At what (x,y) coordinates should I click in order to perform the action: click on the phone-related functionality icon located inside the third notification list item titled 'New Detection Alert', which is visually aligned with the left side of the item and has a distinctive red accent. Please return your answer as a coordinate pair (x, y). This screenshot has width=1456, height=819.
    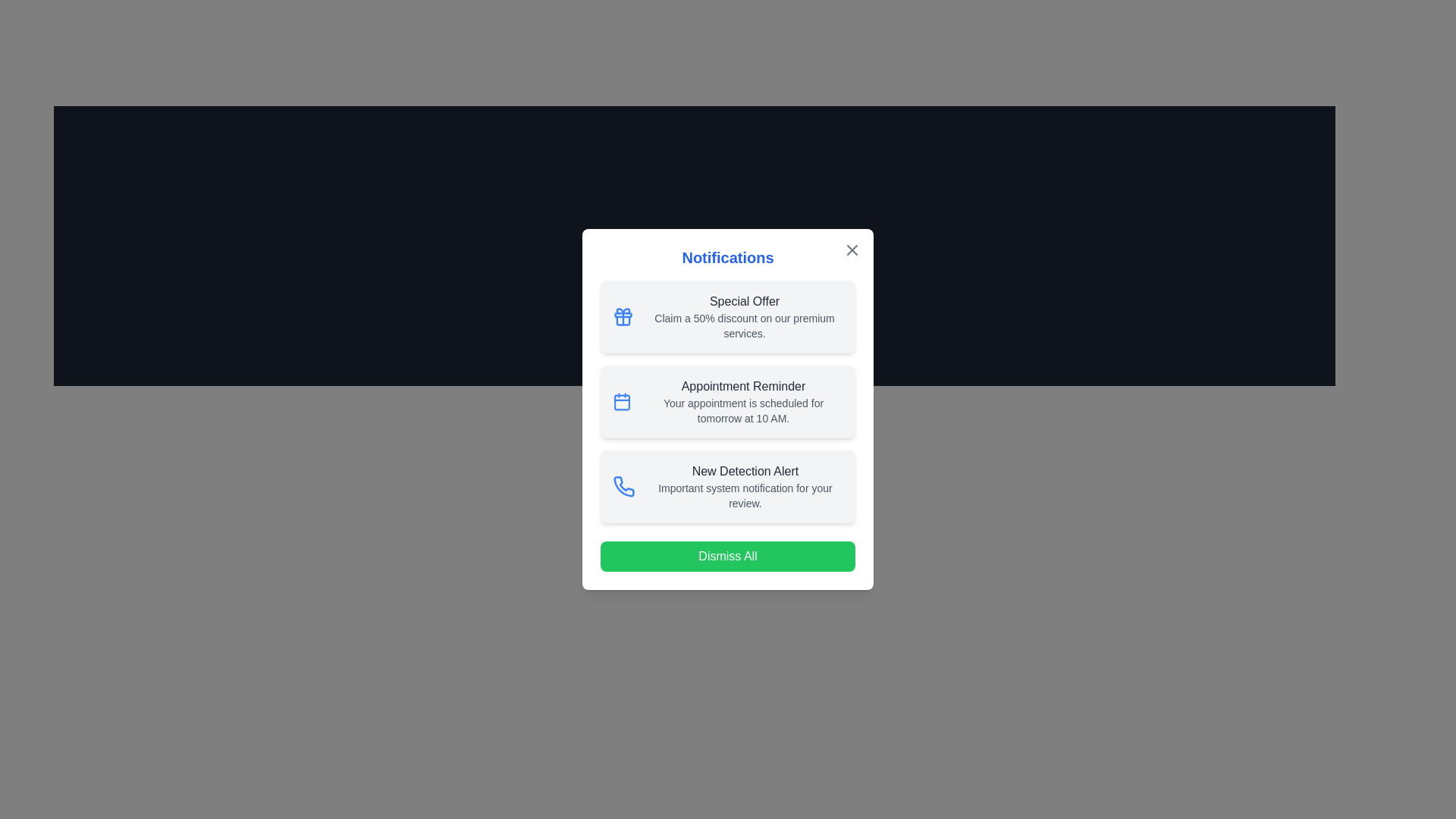
    Looking at the image, I should click on (623, 486).